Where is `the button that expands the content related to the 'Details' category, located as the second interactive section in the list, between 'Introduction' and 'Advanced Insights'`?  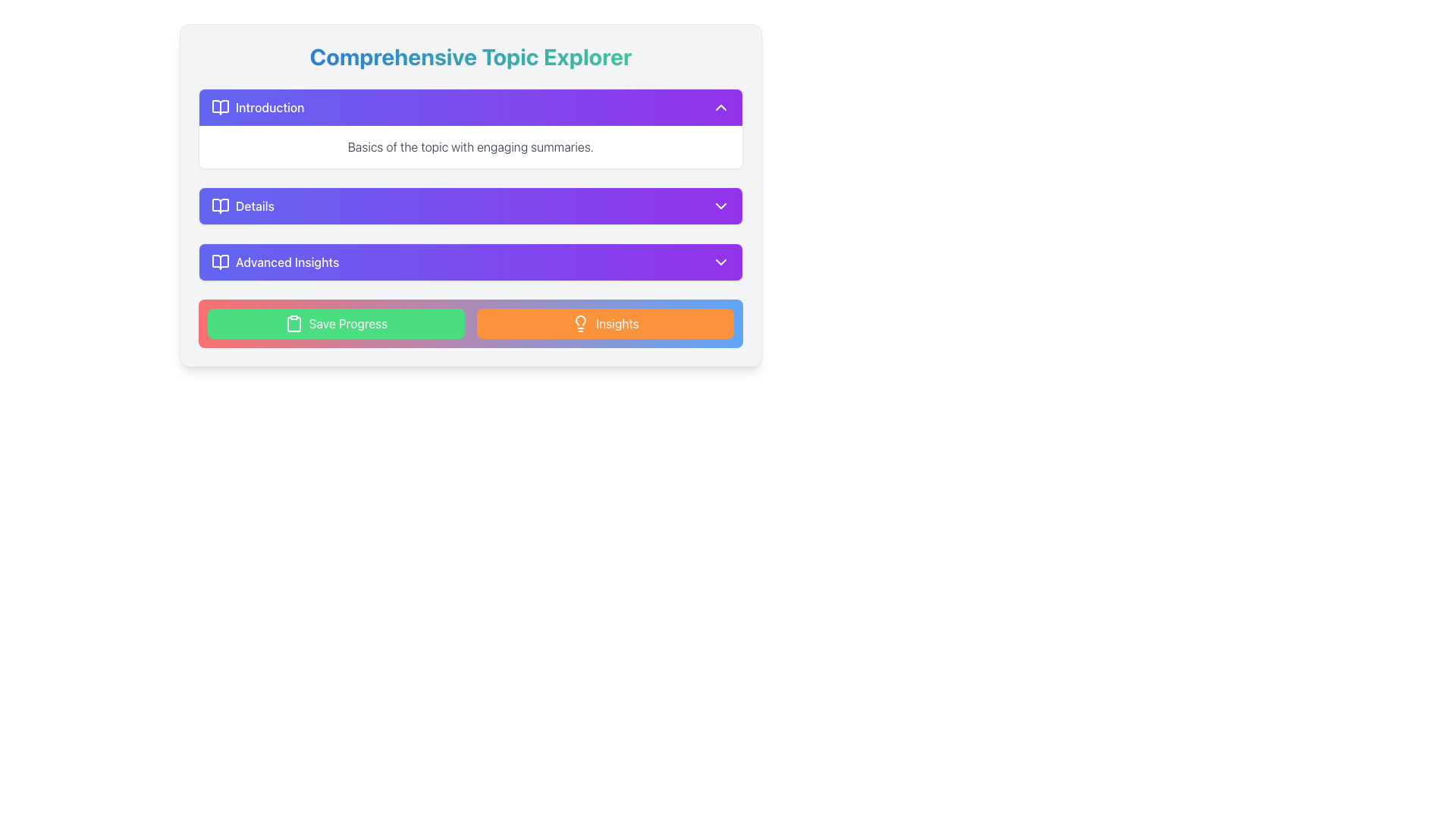
the button that expands the content related to the 'Details' category, located as the second interactive section in the list, between 'Introduction' and 'Advanced Insights' is located at coordinates (469, 195).